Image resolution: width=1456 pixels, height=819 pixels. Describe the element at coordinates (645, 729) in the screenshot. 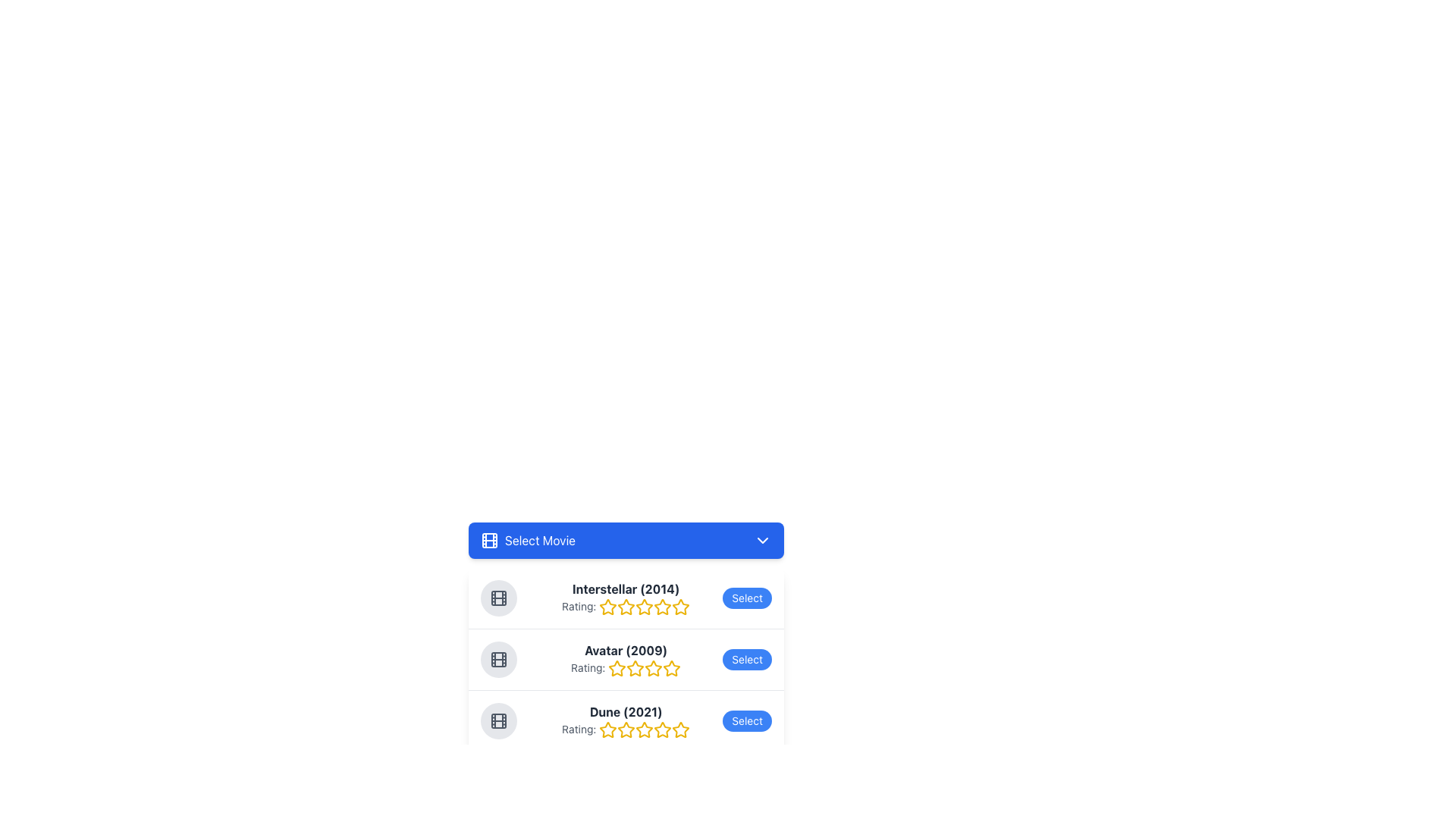

I see `the third star rating icon for the movie 'Dune (2021)' to rate it` at that location.